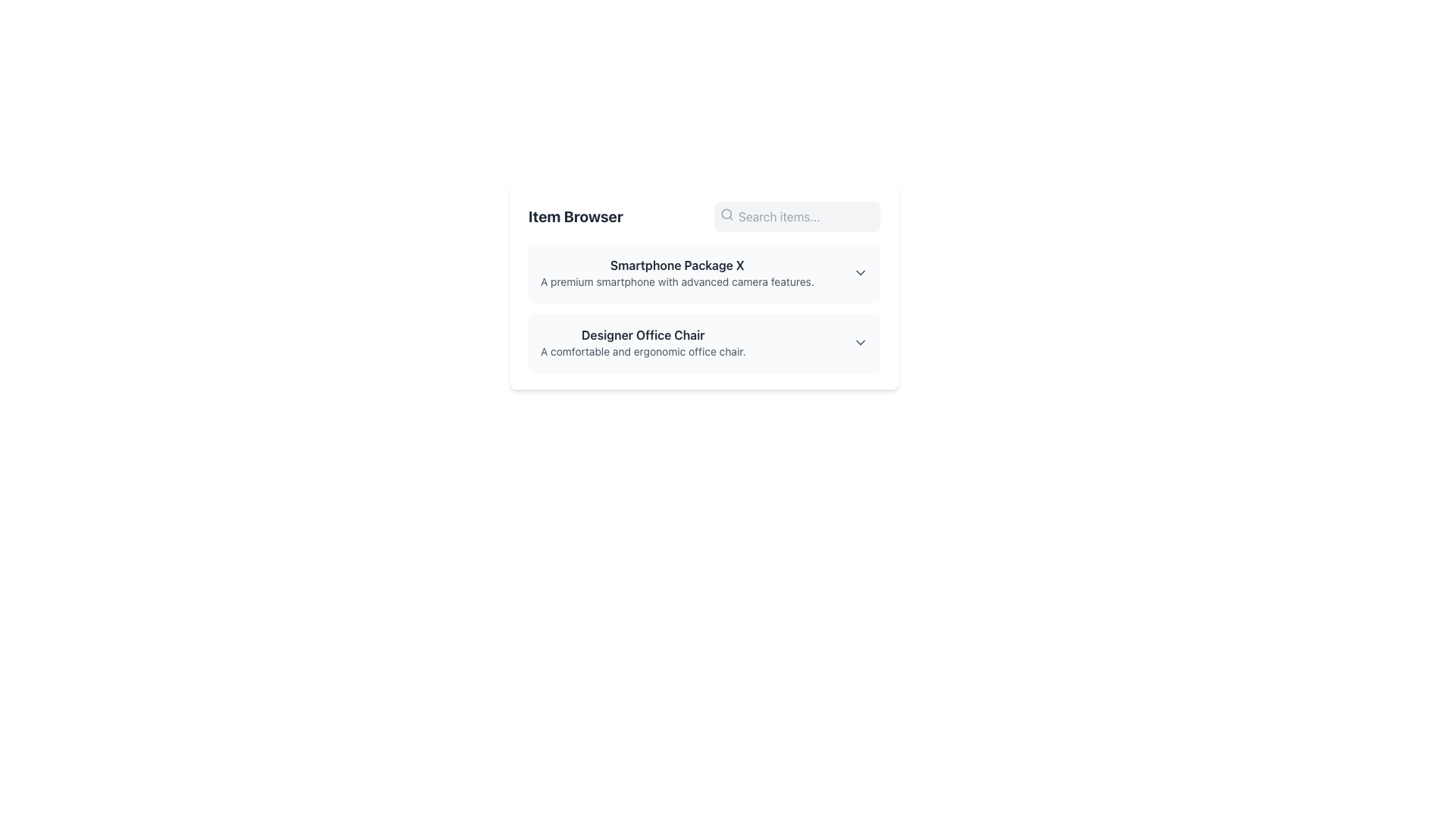  I want to click on the text input field for searching items, which is located in the top-right corner of the 'Item Browser' header section and features a magnifying glass icon, so click(796, 216).